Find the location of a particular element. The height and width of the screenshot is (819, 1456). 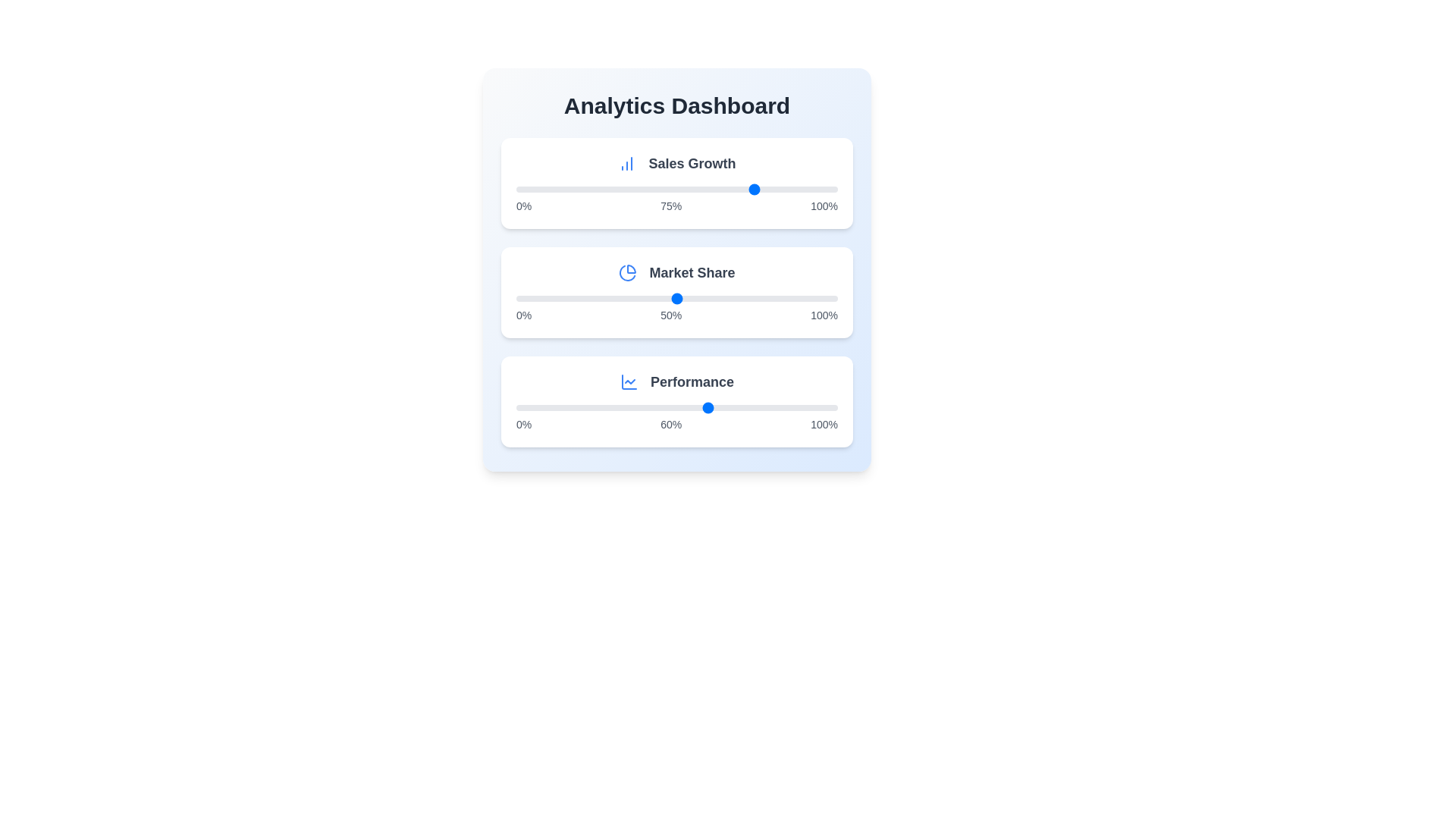

the 'Sales Growth' slider to 84% is located at coordinates (786, 189).